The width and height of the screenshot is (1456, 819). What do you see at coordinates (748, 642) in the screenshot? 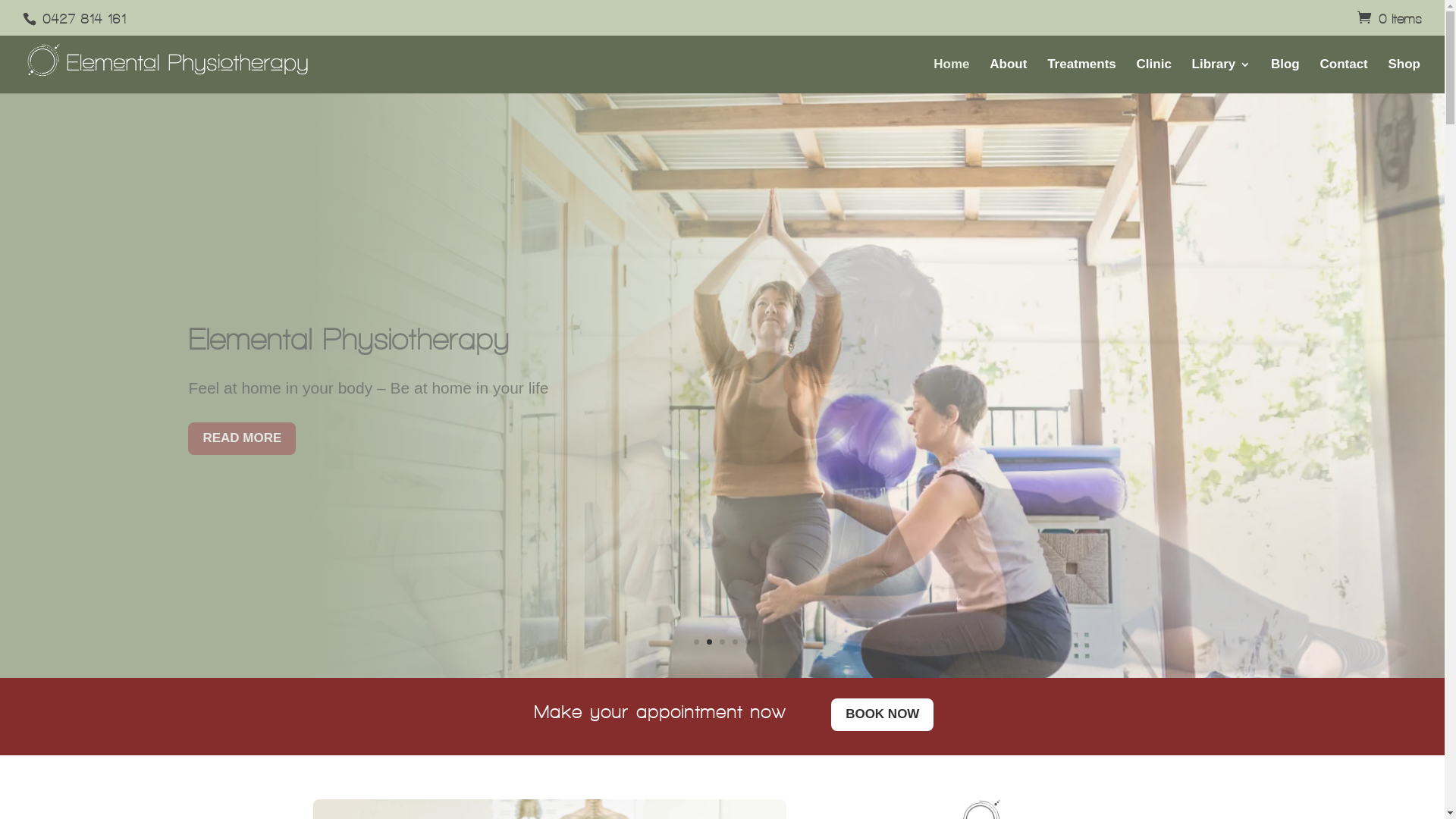
I see `'5'` at bounding box center [748, 642].